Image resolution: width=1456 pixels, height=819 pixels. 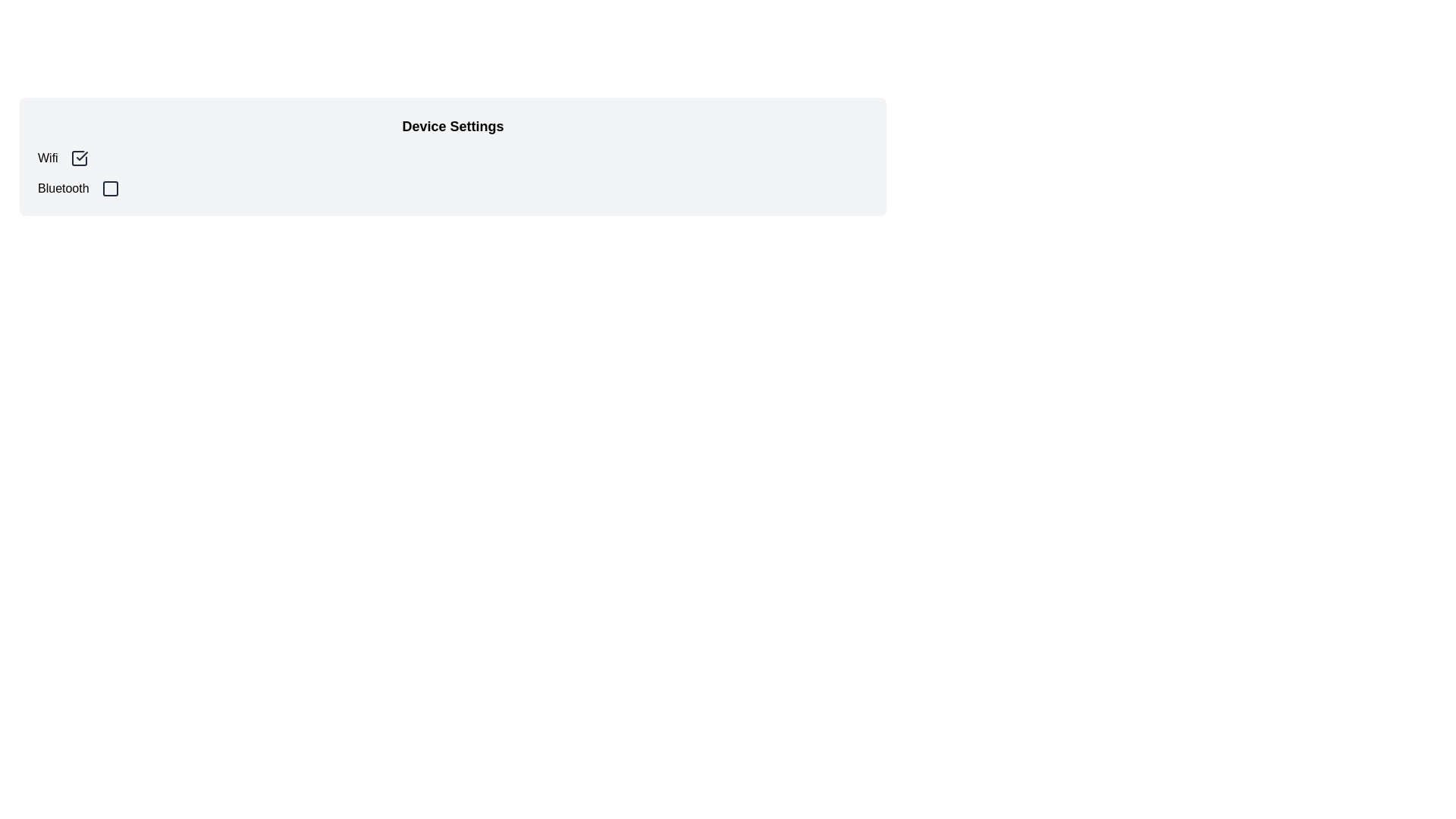 What do you see at coordinates (48, 158) in the screenshot?
I see `the text label displaying 'WiFi' in bold and large font, located at the top-left corner of the settings menu, before the interactive checkbox` at bounding box center [48, 158].